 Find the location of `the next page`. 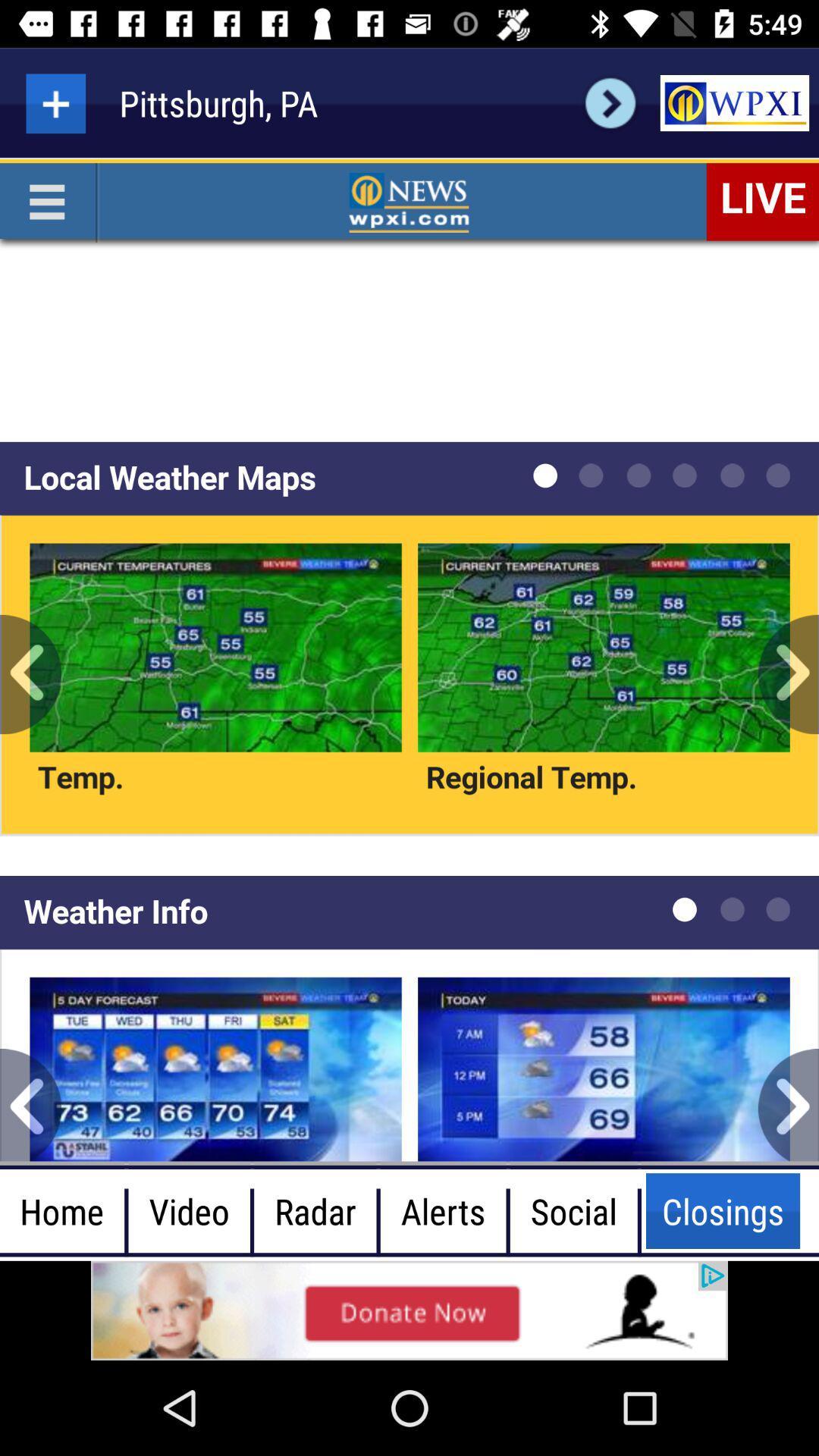

the next page is located at coordinates (610, 102).